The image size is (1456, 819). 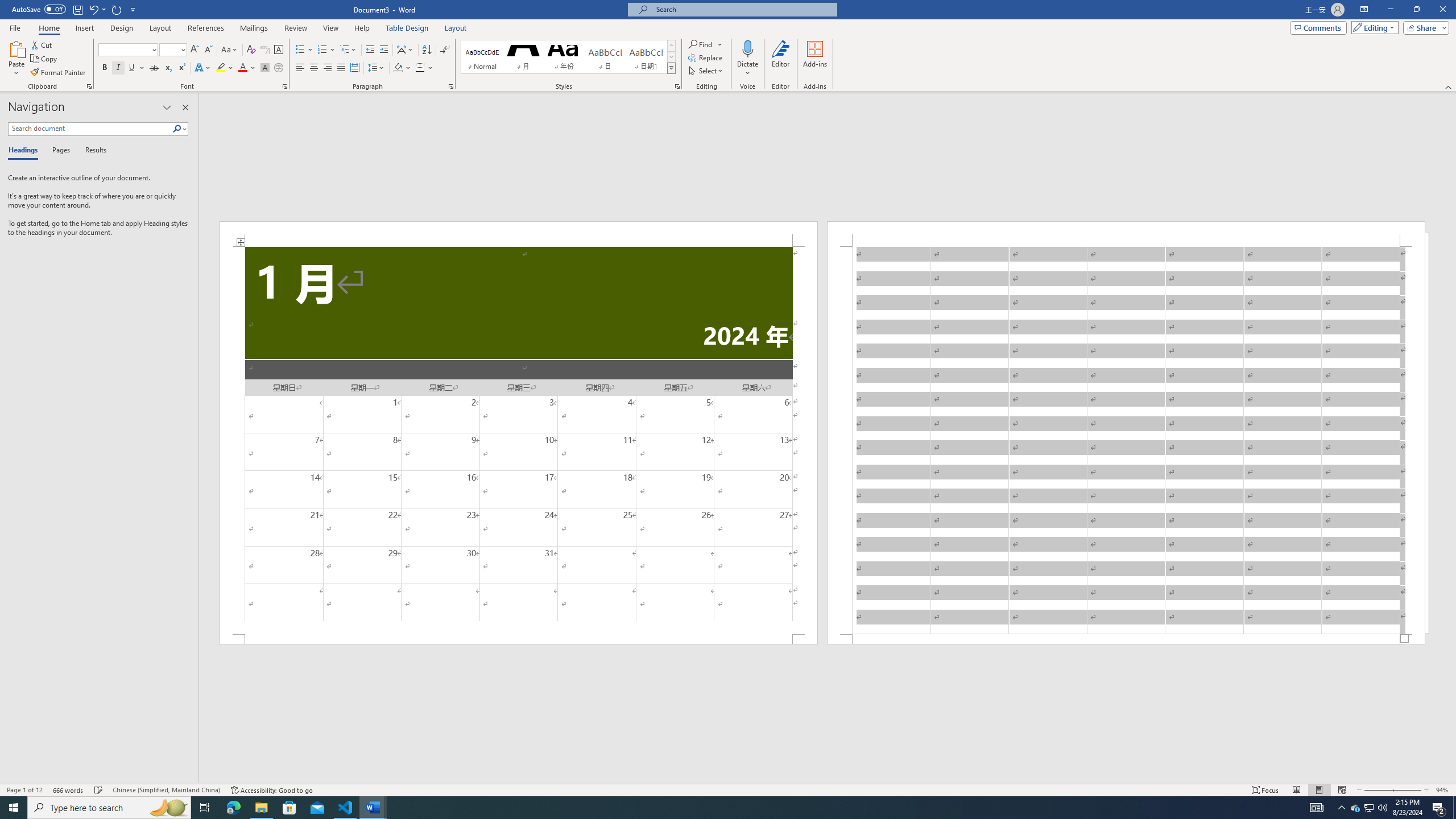 I want to click on 'Asian Layout', so click(x=405, y=49).